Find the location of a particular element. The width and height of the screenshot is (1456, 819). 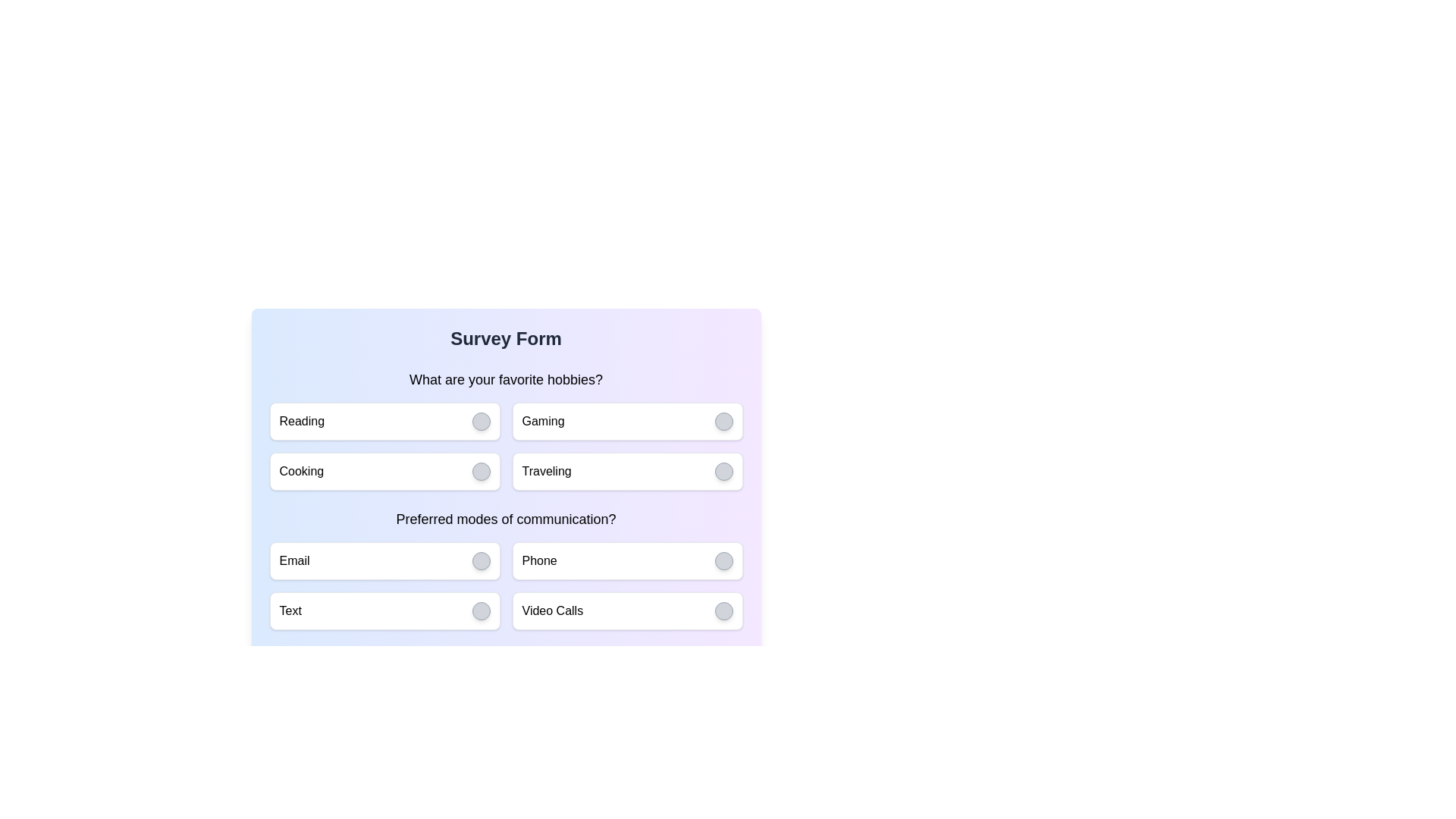

'Phone' text label which is displayed in black on a white background, positioned to the right of the 'Preferred modes of communication?' section and left of a circular interactive button is located at coordinates (539, 561).